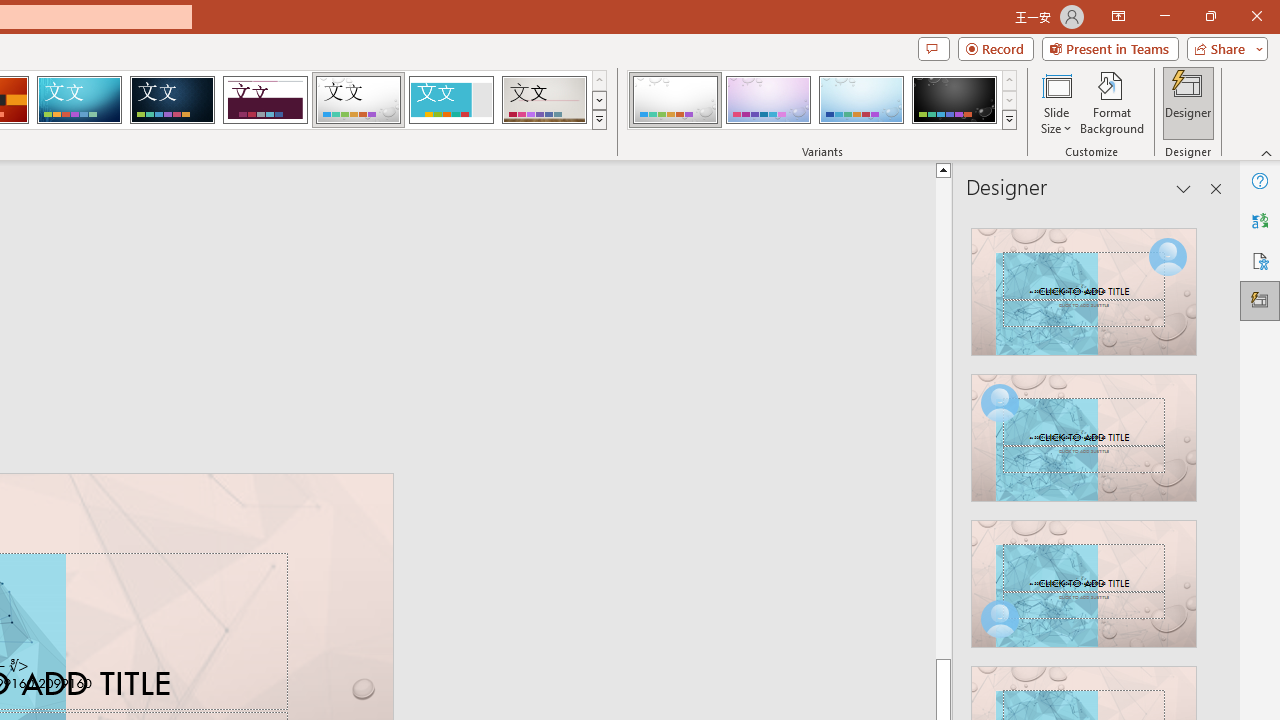  What do you see at coordinates (79, 100) in the screenshot?
I see `'Circuit'` at bounding box center [79, 100].